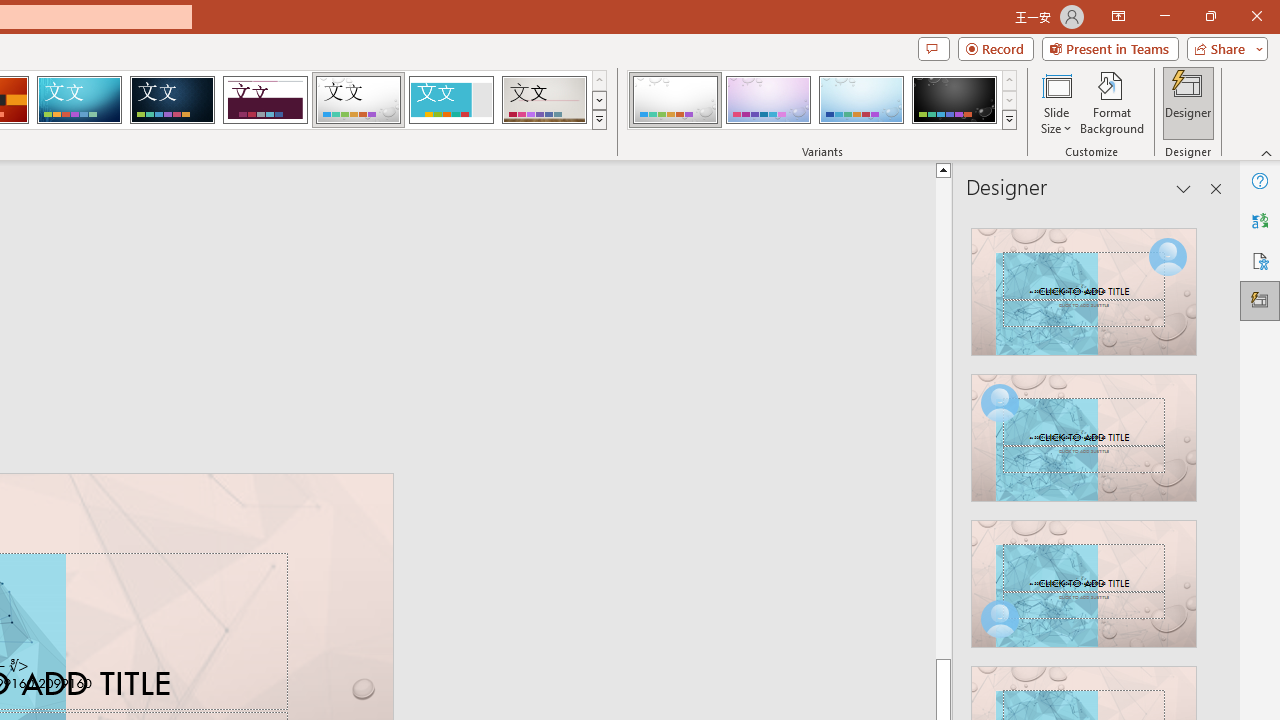  What do you see at coordinates (79, 100) in the screenshot?
I see `'Circuit'` at bounding box center [79, 100].